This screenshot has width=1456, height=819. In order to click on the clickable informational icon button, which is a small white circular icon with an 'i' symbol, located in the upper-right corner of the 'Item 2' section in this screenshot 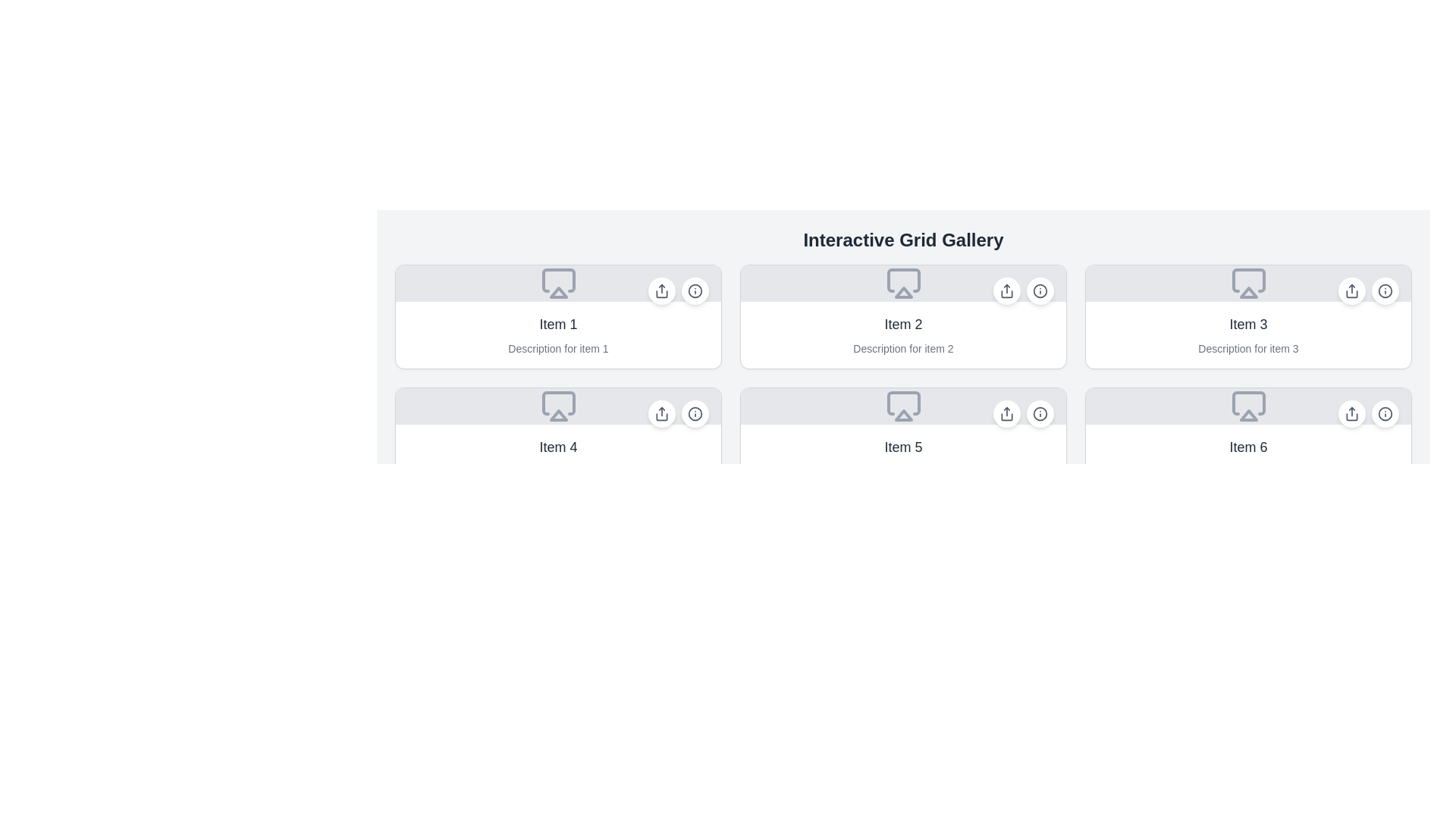, I will do `click(1023, 291)`.